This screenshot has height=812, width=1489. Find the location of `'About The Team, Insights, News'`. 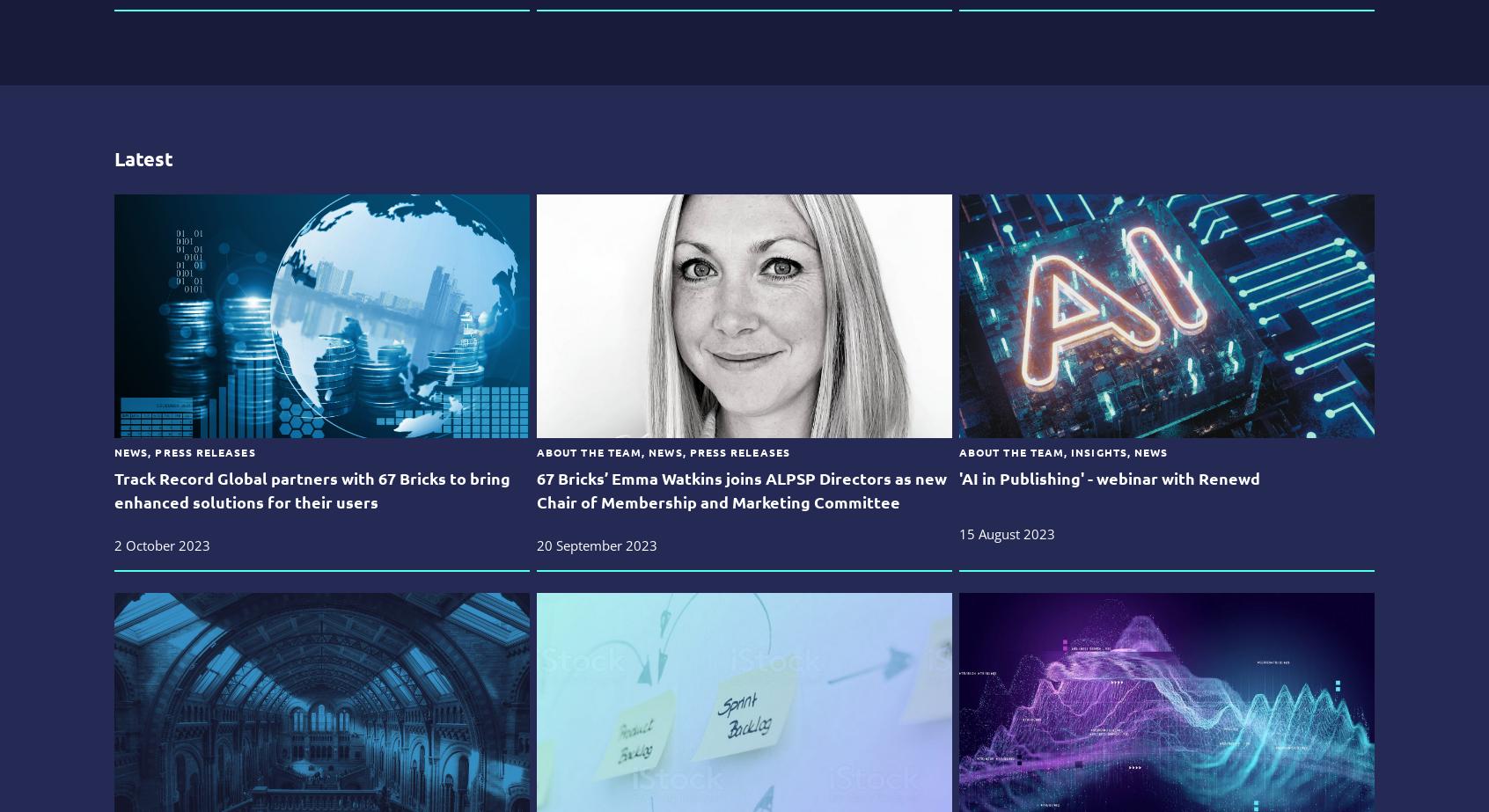

'About The Team, Insights, News' is located at coordinates (1062, 451).